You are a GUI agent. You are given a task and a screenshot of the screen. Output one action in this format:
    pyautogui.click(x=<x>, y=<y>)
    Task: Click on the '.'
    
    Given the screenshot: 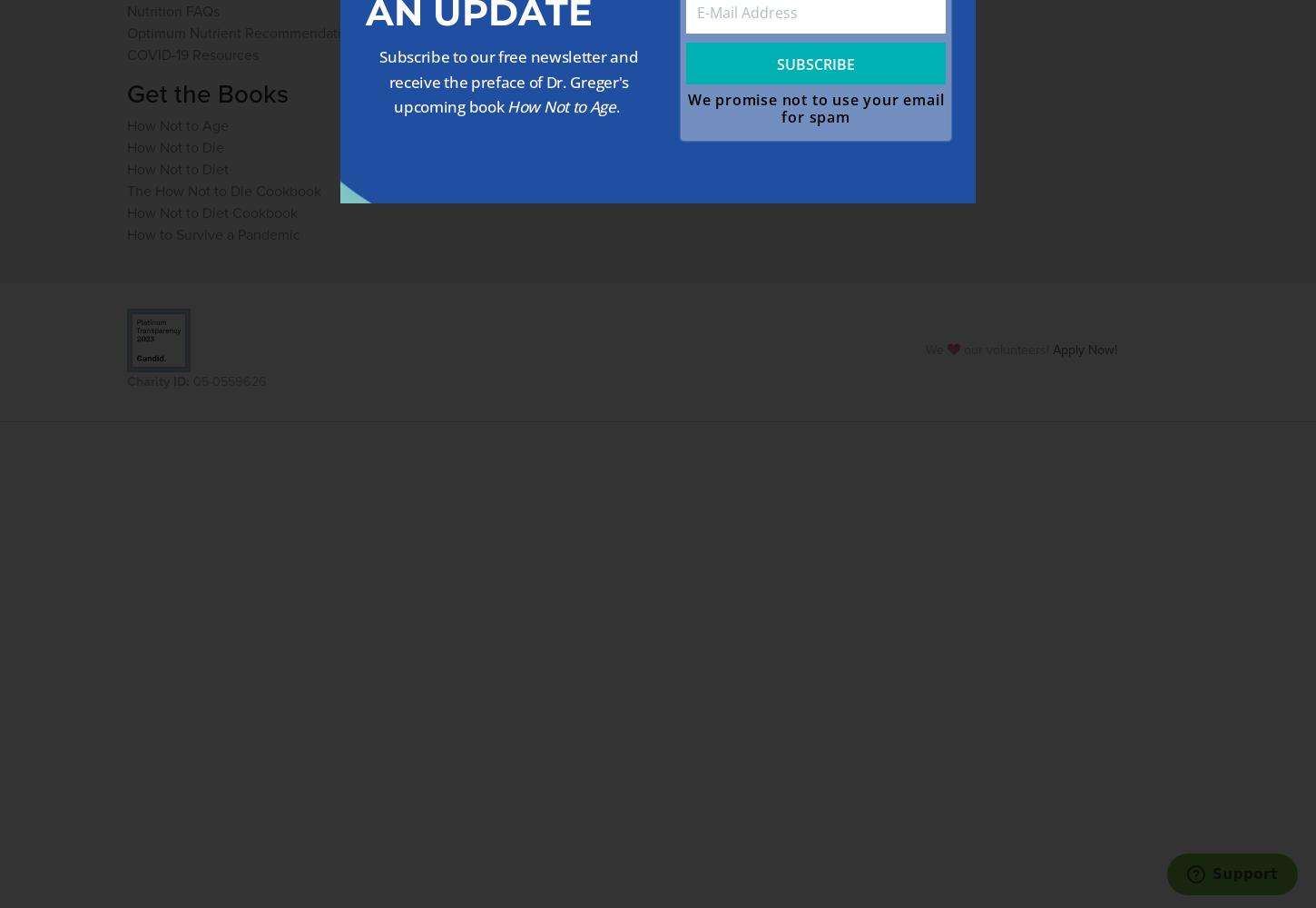 What is the action you would take?
    pyautogui.click(x=618, y=105)
    